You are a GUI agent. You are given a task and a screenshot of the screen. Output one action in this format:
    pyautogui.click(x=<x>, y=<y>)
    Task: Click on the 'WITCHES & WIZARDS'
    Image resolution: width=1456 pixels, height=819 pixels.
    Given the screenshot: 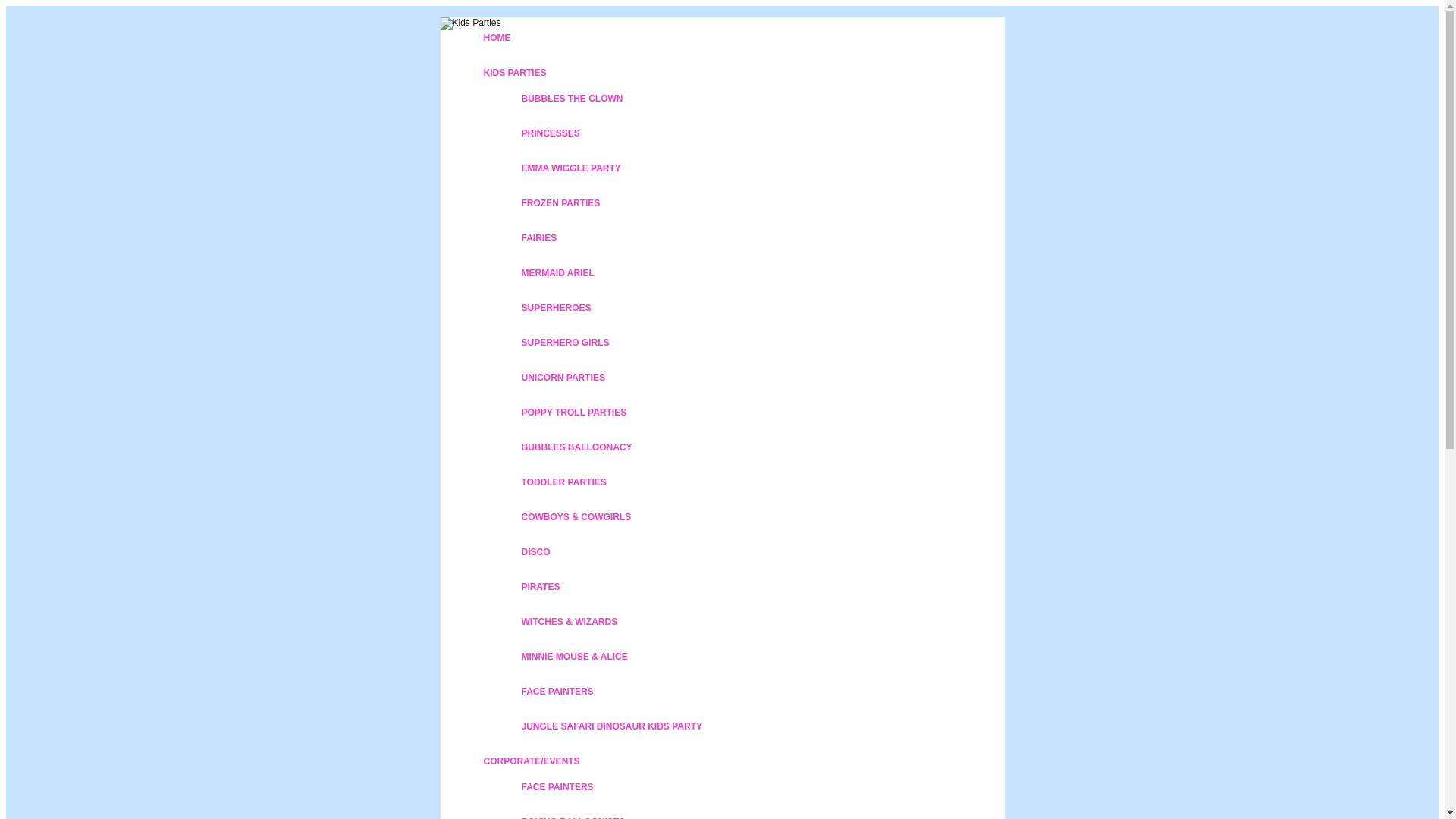 What is the action you would take?
    pyautogui.click(x=568, y=622)
    